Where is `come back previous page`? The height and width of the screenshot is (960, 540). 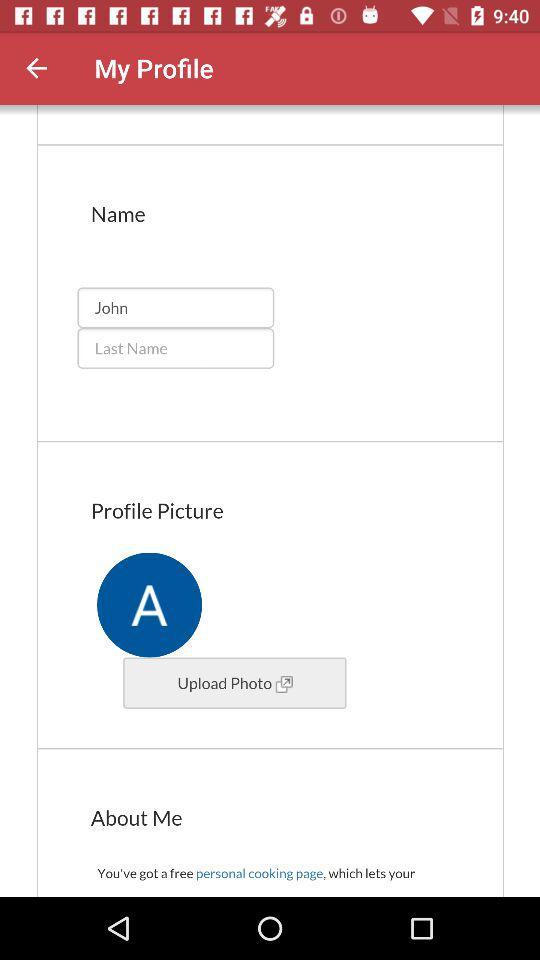 come back previous page is located at coordinates (36, 68).